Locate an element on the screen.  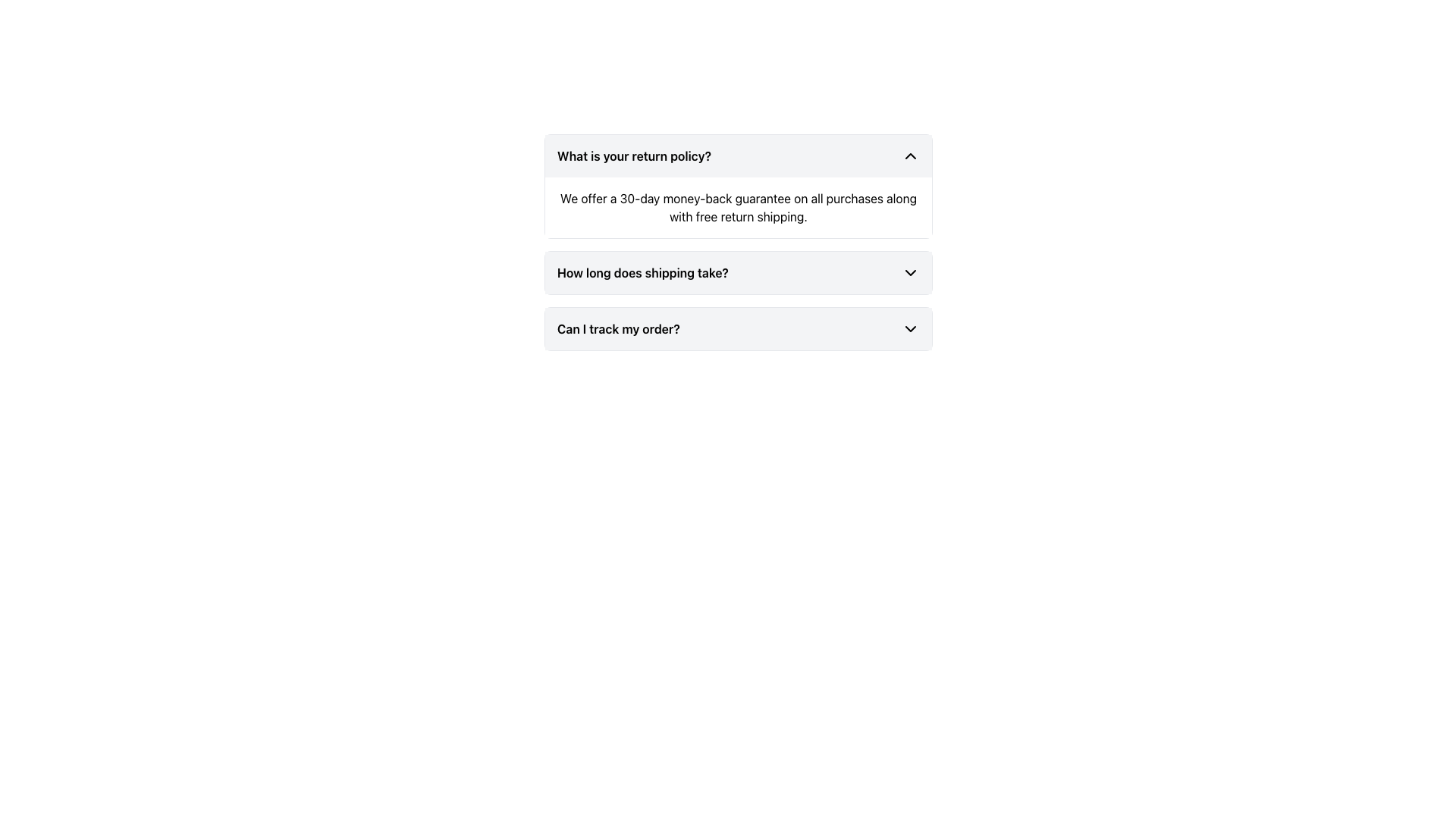
the text block containing the statement 'We offer a 30-day money-back guarantee on all purchases along with free return shipping.' which is located beneath the gray header 'What is your return policy?' is located at coordinates (739, 207).